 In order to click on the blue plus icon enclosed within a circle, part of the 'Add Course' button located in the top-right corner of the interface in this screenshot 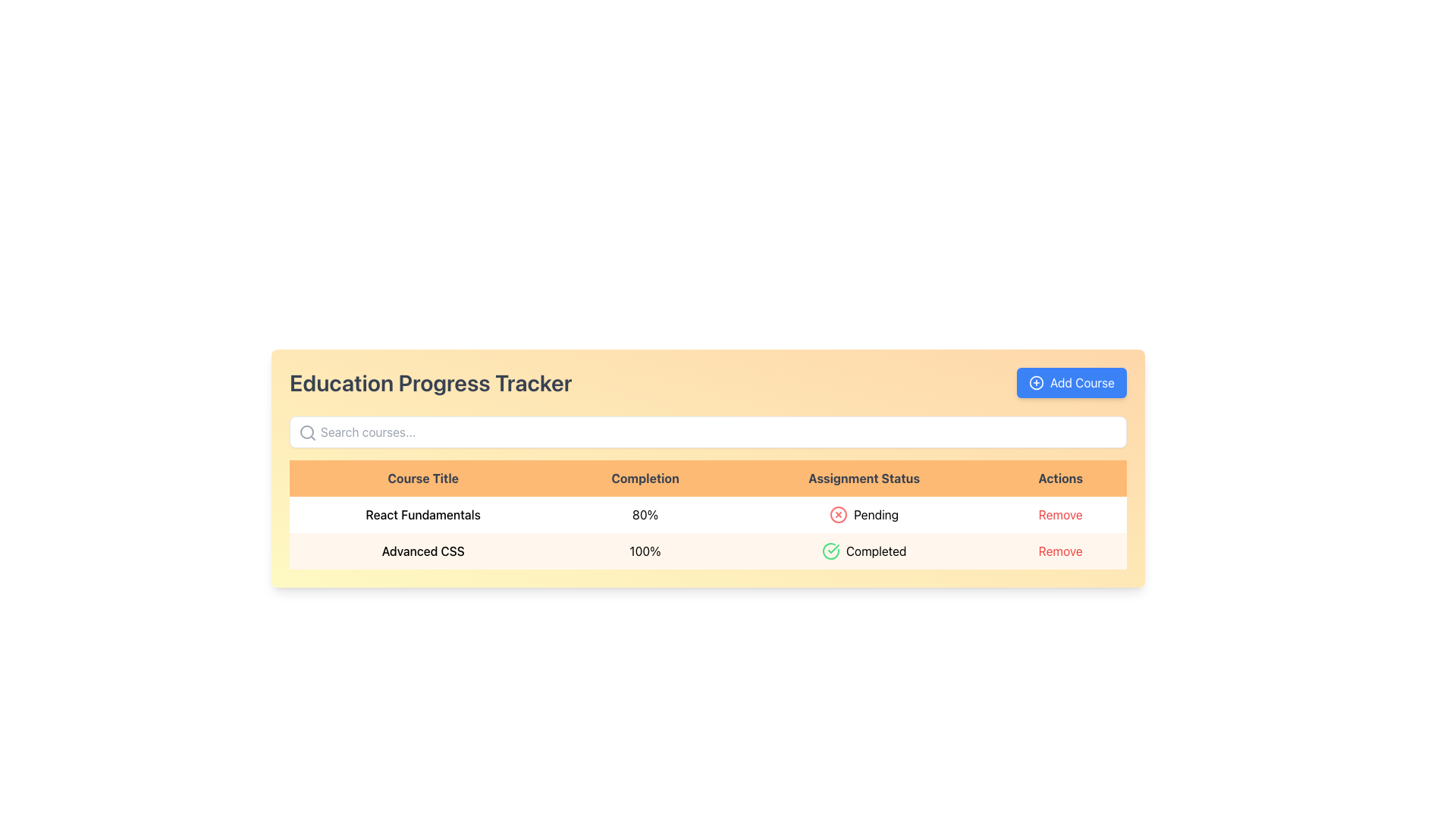, I will do `click(1035, 382)`.